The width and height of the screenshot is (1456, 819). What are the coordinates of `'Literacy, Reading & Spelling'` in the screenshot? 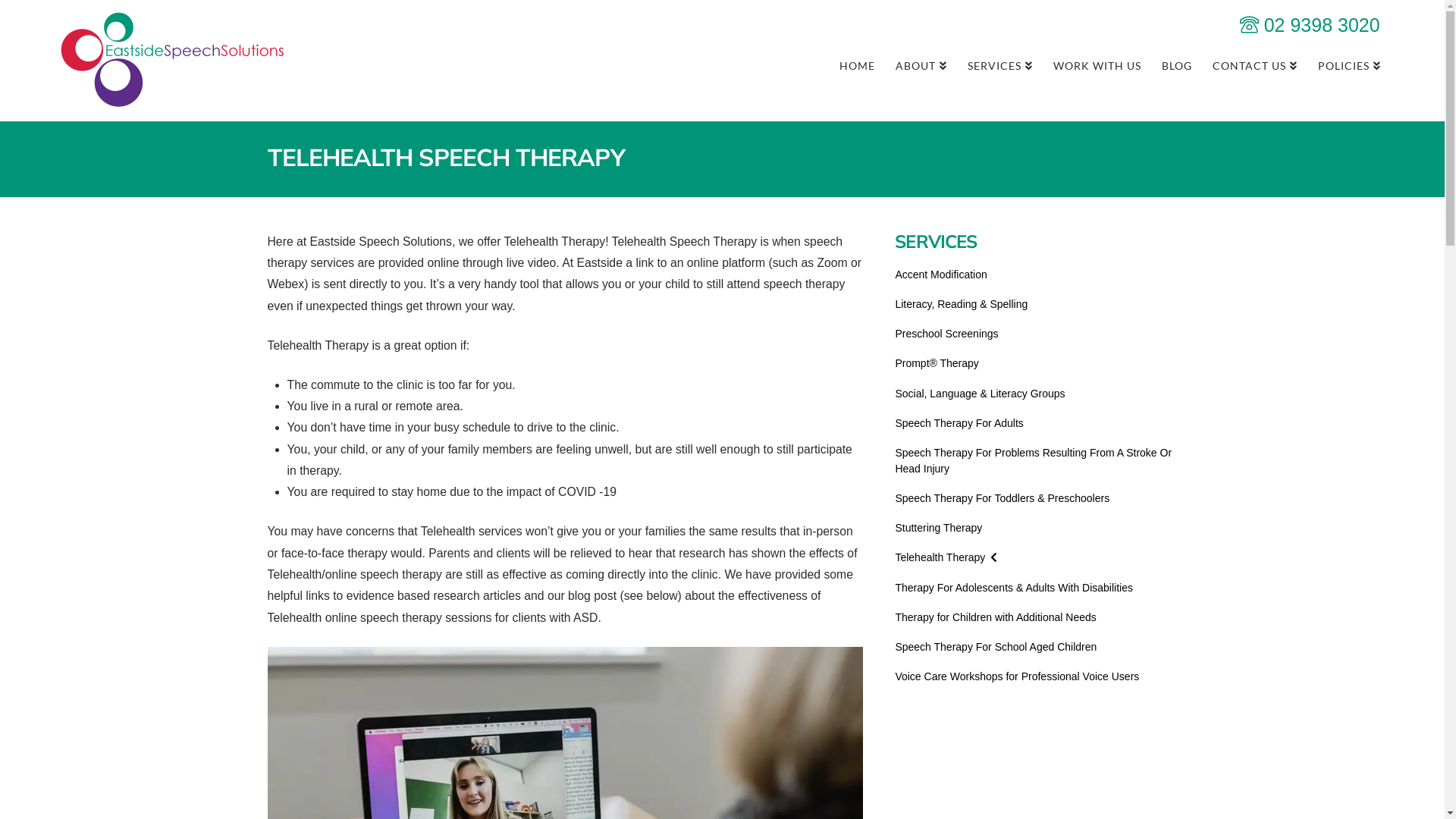 It's located at (960, 304).